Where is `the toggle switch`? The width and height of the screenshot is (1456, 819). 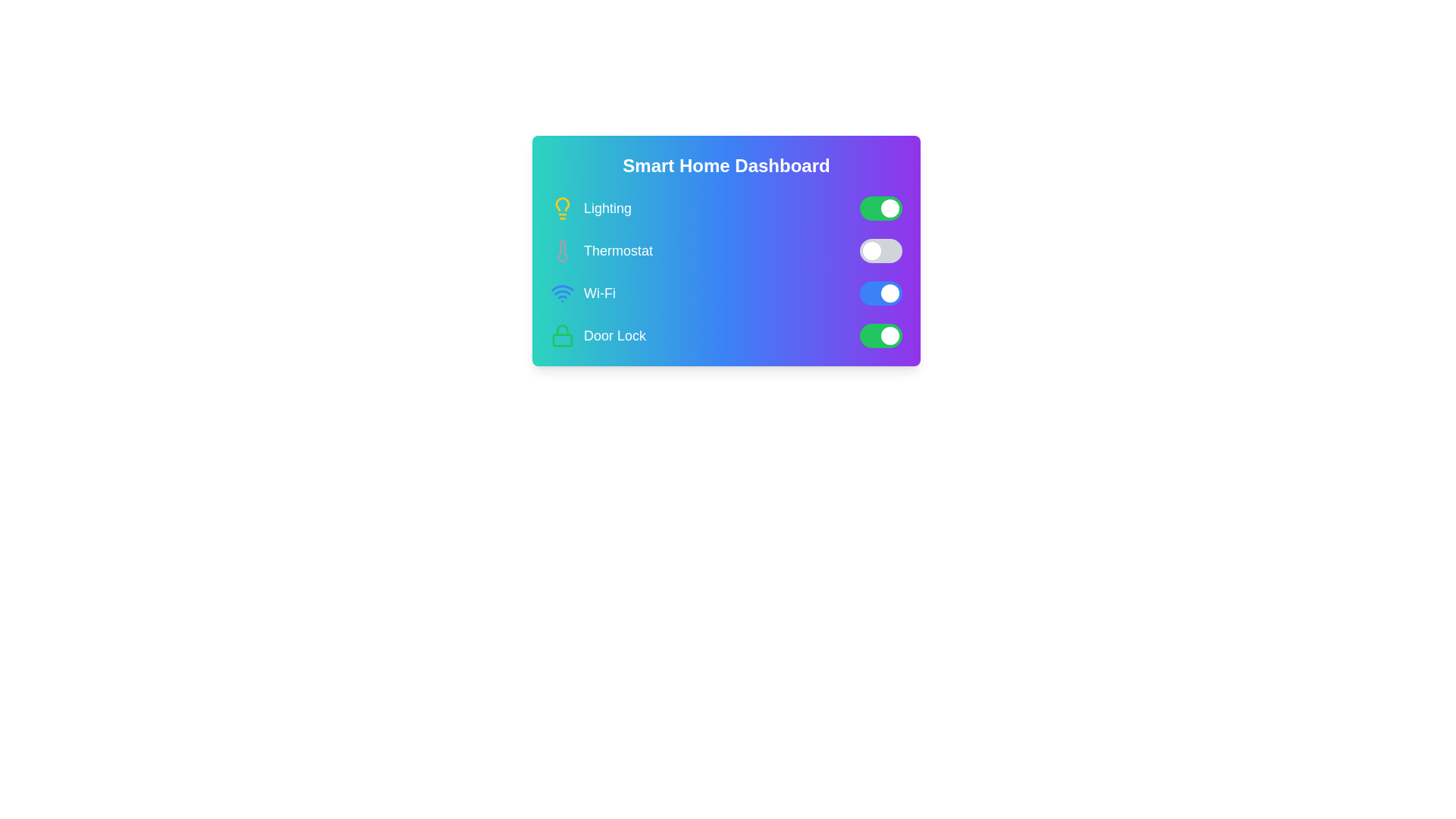
the toggle switch is located at coordinates (880, 208).